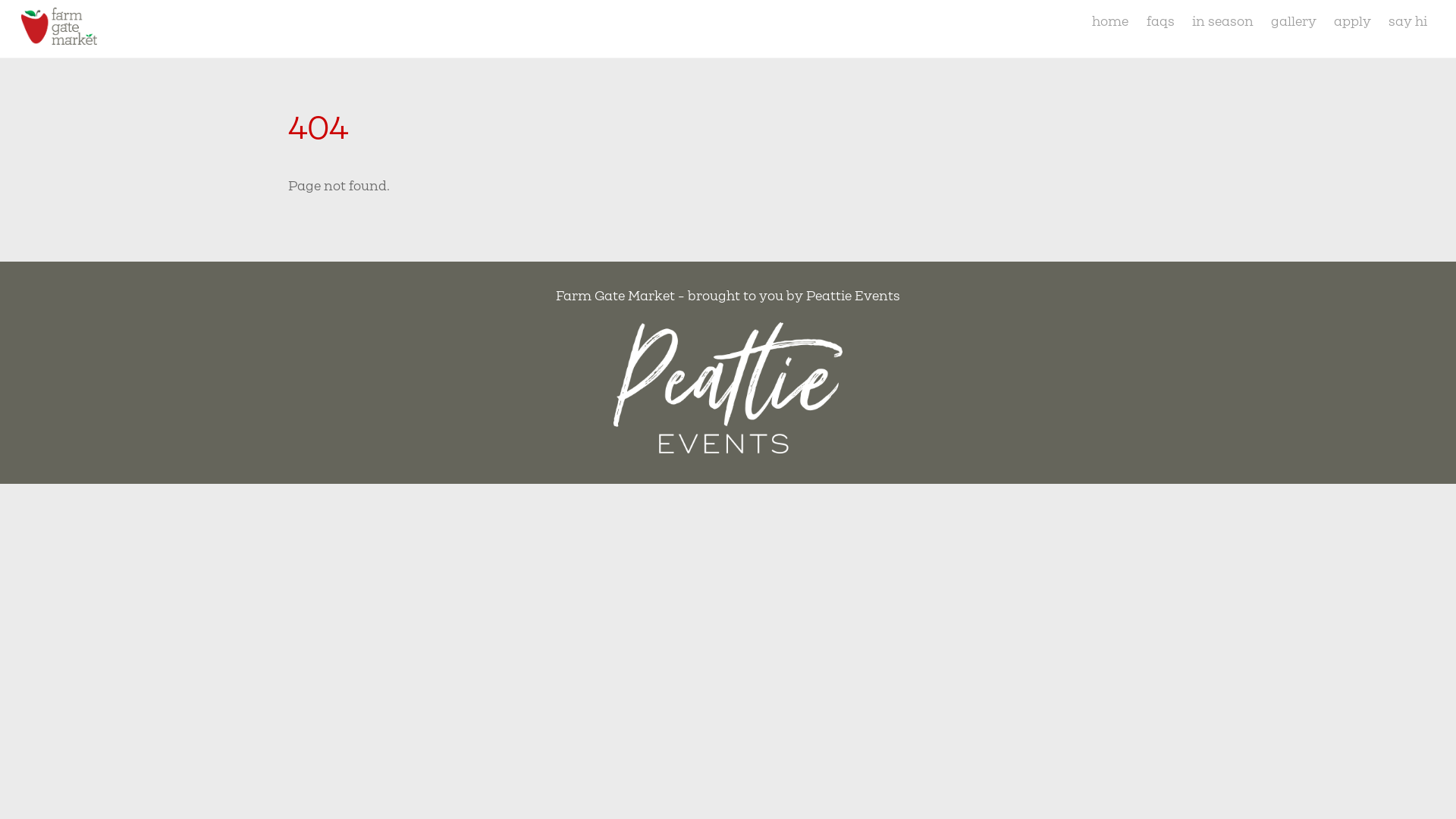 The image size is (1456, 819). Describe the element at coordinates (1159, 20) in the screenshot. I see `'faqs'` at that location.